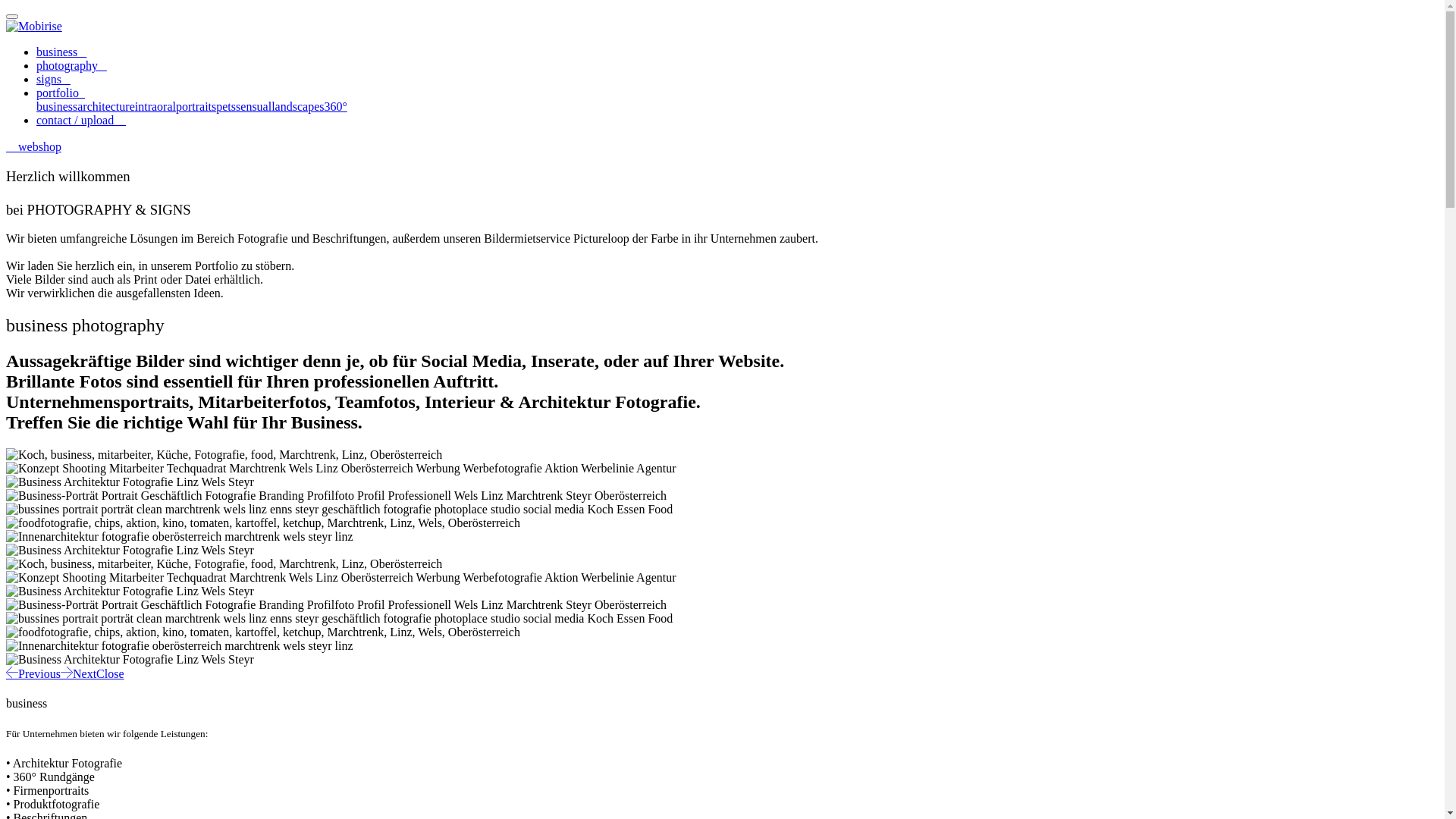 This screenshot has height=819, width=1456. I want to click on 'sensual', so click(253, 105).